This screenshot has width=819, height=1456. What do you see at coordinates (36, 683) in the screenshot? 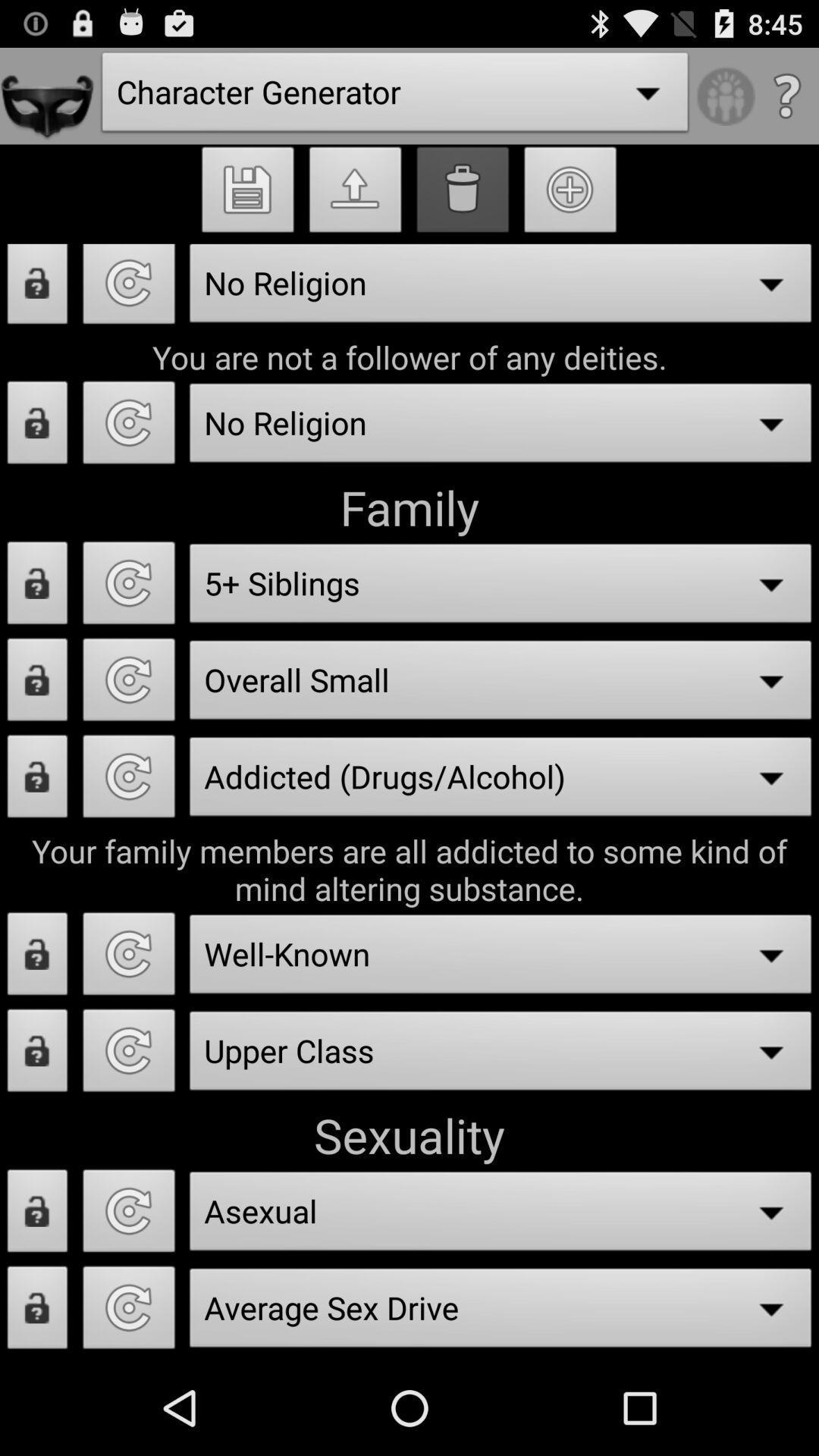
I see `lock family size option` at bounding box center [36, 683].